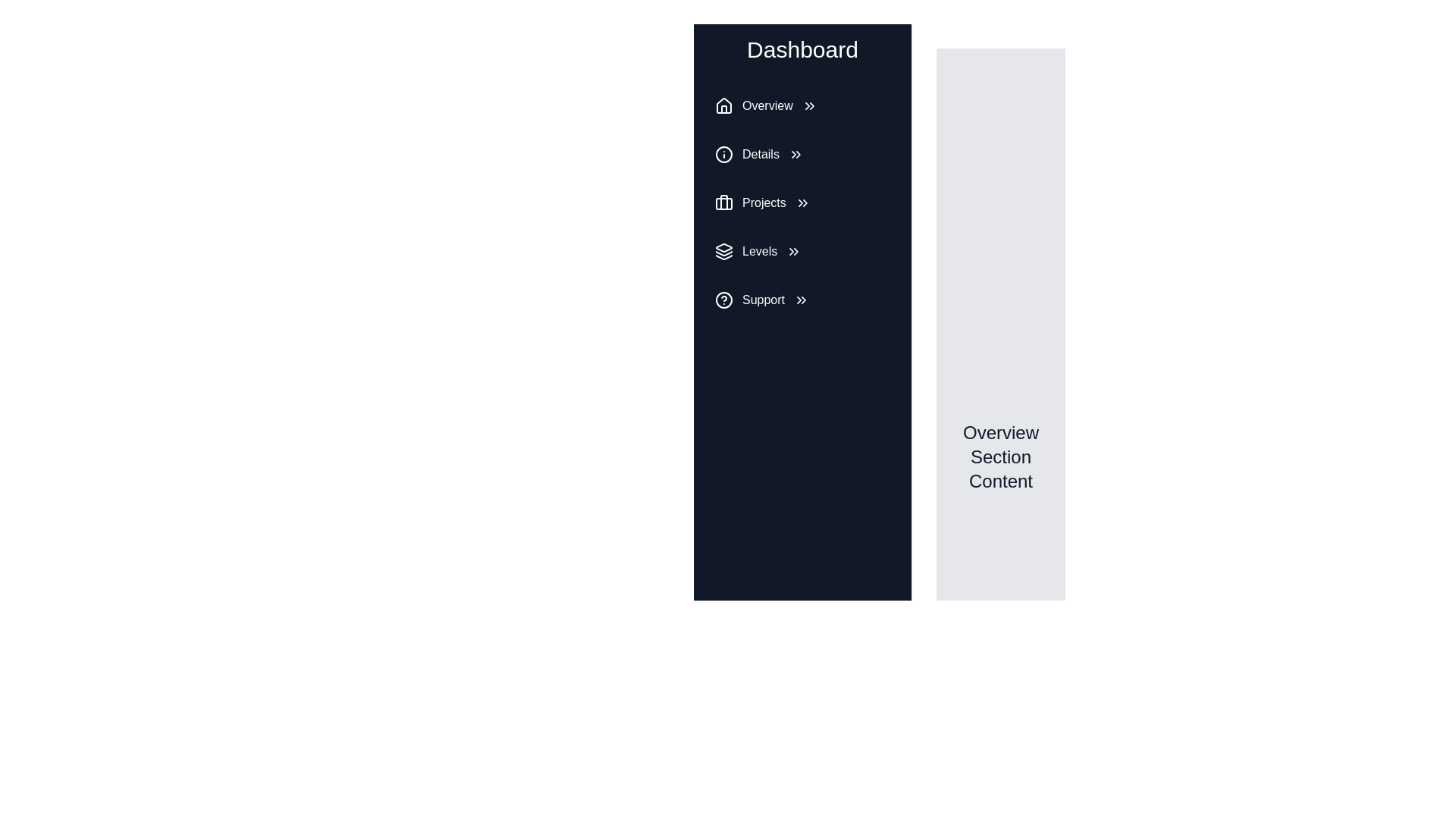  I want to click on the Static Text Header located at the top of the sidebar, which indicates the context or name of the current view, so click(802, 49).